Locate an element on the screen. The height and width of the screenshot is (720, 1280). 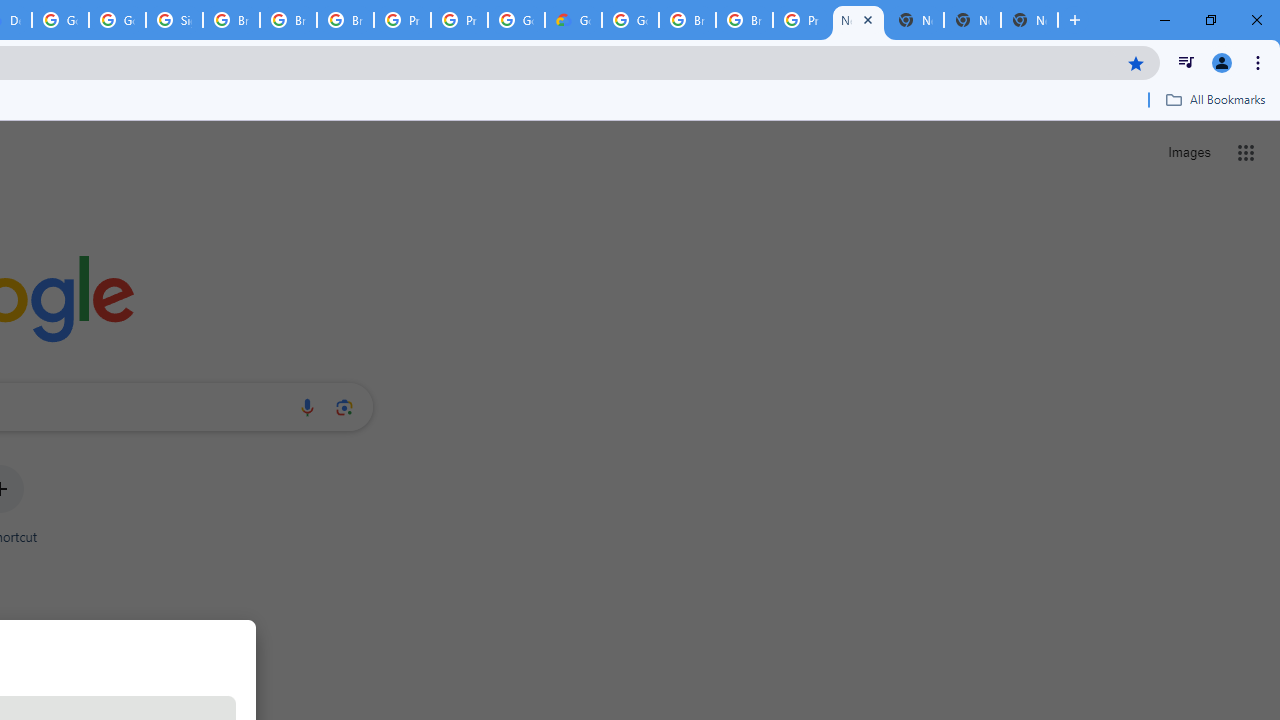
'Browse Chrome as a guest - Computer - Google Chrome Help' is located at coordinates (231, 20).